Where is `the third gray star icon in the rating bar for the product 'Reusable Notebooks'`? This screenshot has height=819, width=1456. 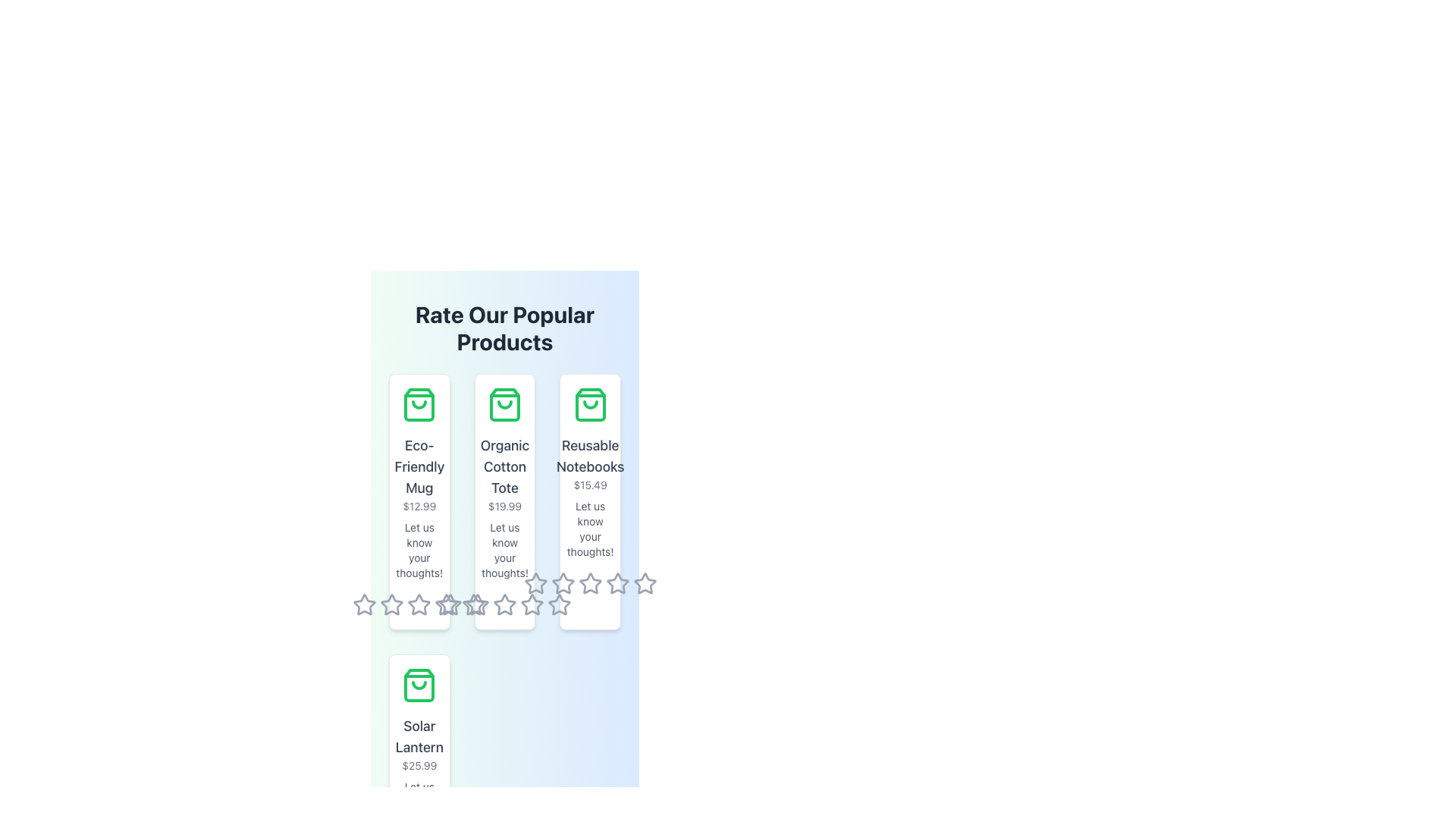
the third gray star icon in the rating bar for the product 'Reusable Notebooks' is located at coordinates (476, 604).